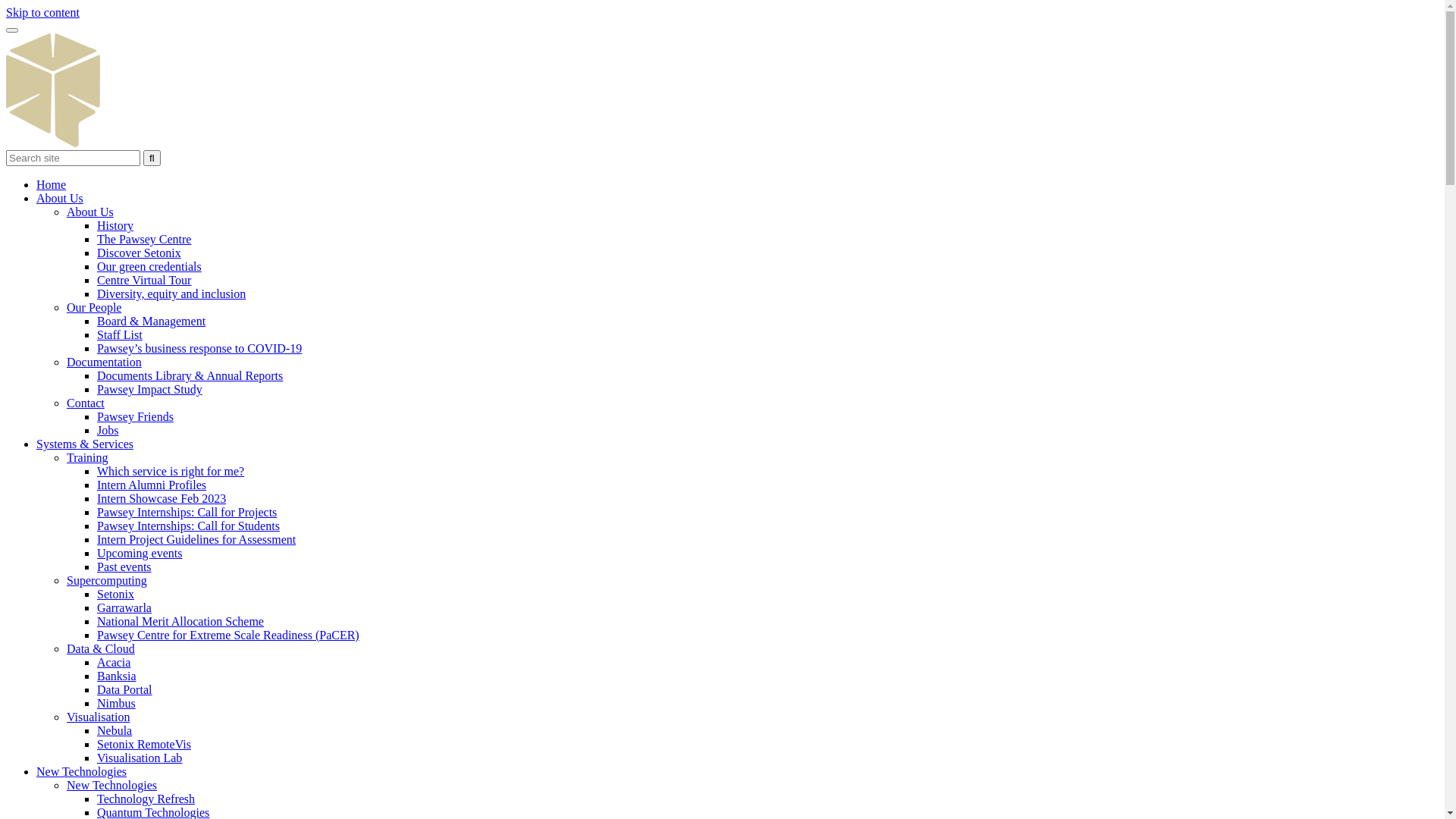 This screenshot has width=1456, height=819. I want to click on 'Pawsey Internships: Call for Projects', so click(186, 512).